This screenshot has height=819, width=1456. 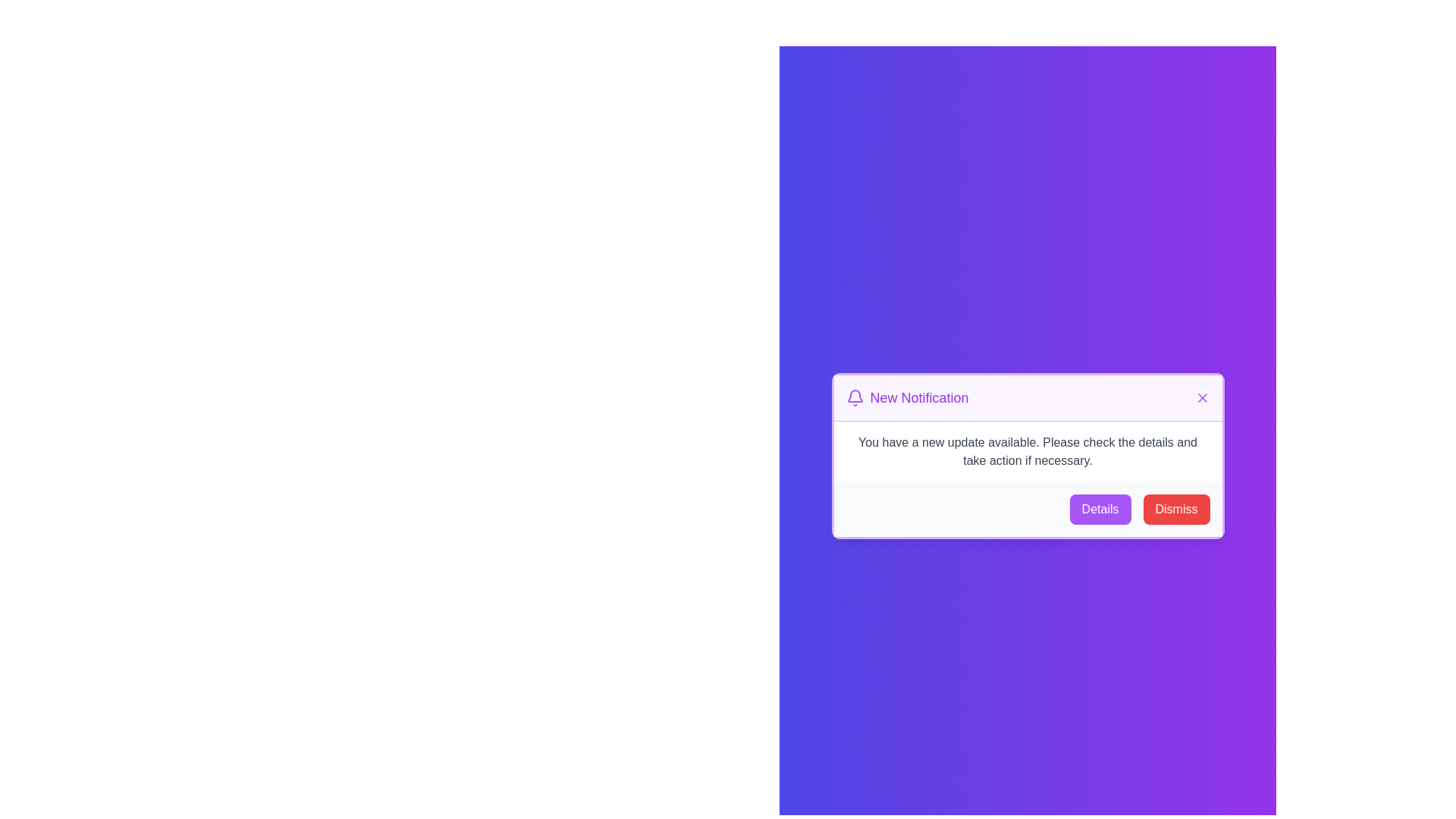 What do you see at coordinates (1175, 509) in the screenshot?
I see `the 'Dismiss' button located at the bottom right corner of the notification dialog` at bounding box center [1175, 509].